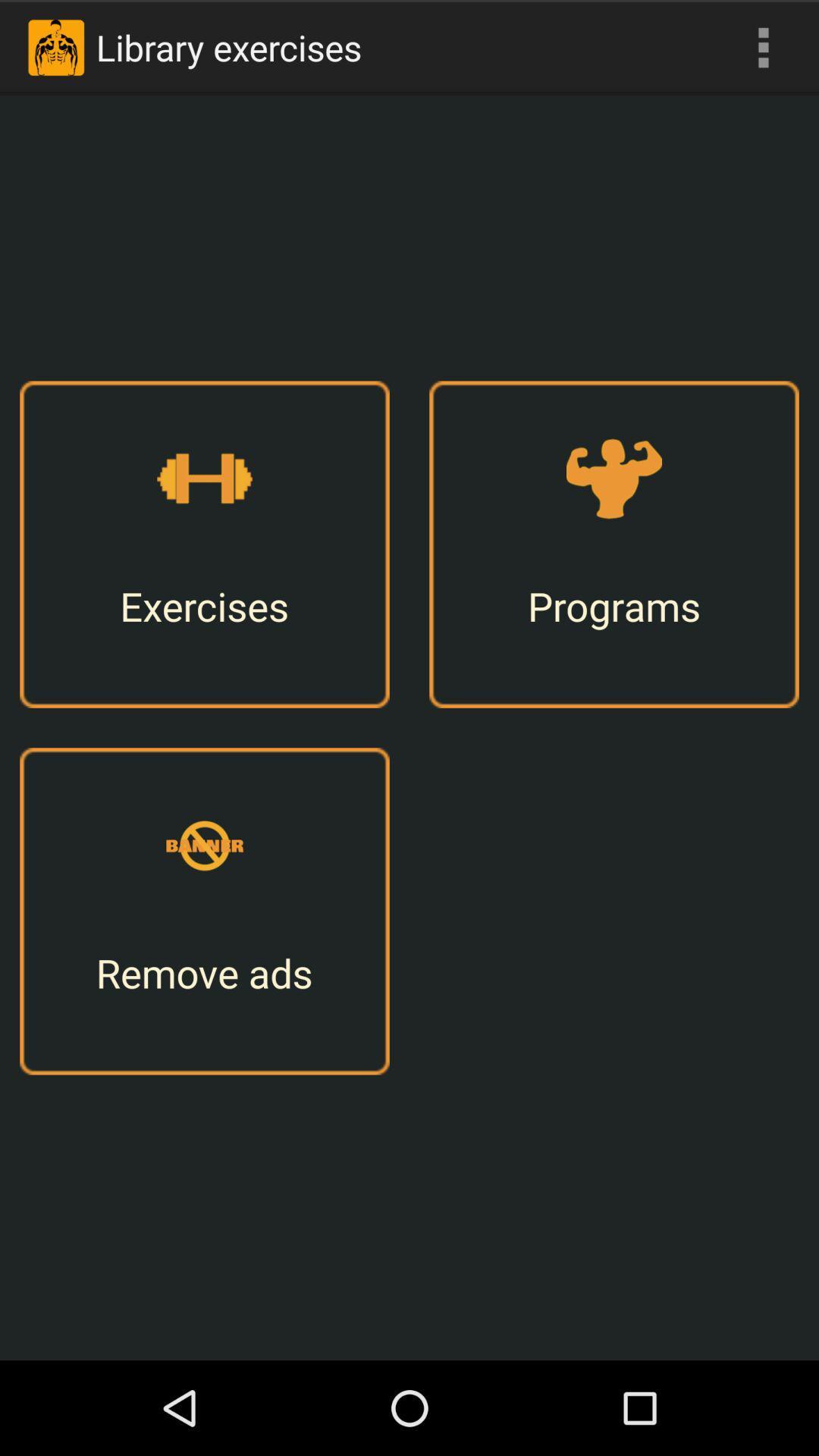 The width and height of the screenshot is (819, 1456). I want to click on the item above programs icon, so click(763, 47).